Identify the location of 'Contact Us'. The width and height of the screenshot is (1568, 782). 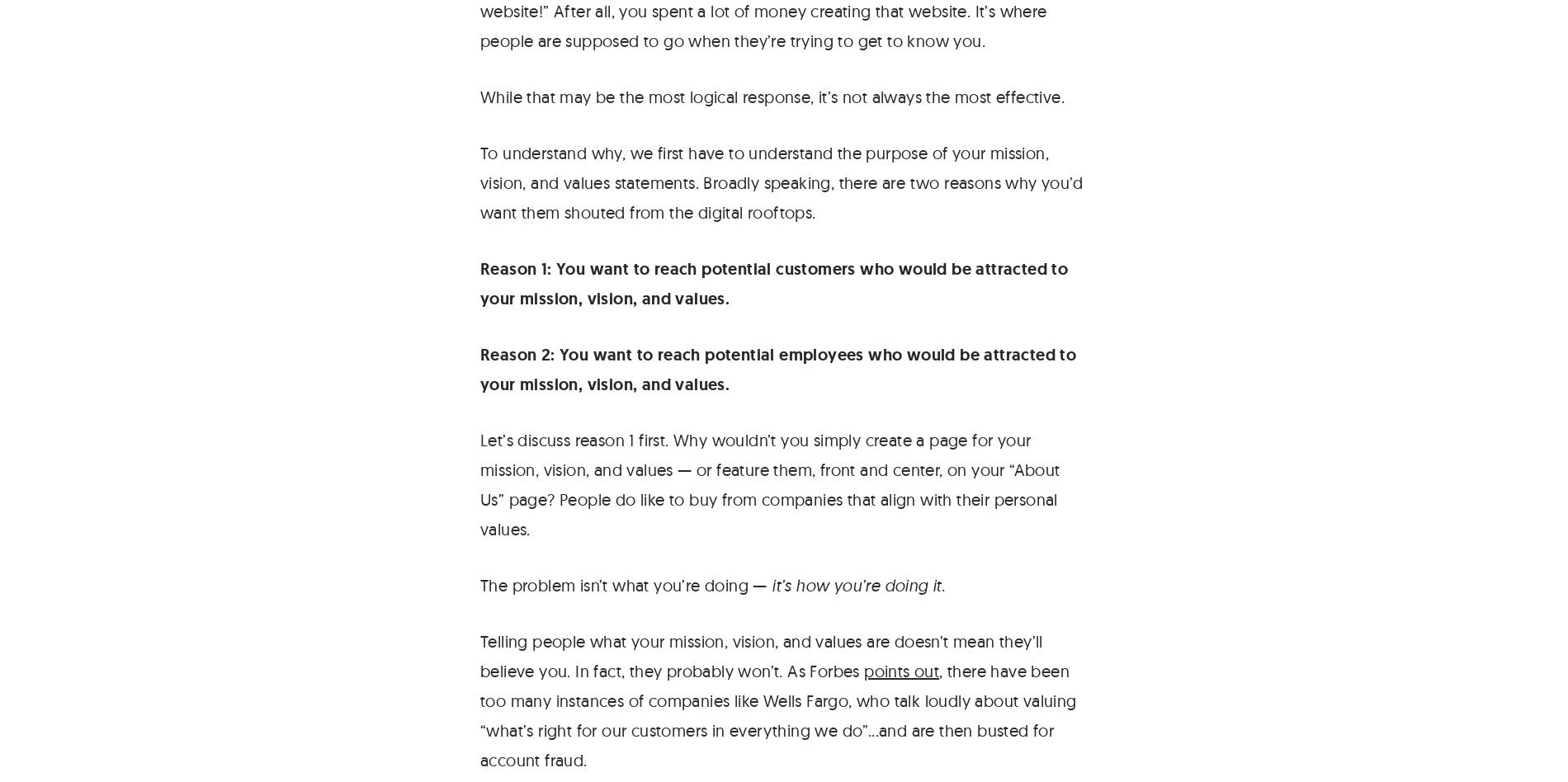
(83, 12).